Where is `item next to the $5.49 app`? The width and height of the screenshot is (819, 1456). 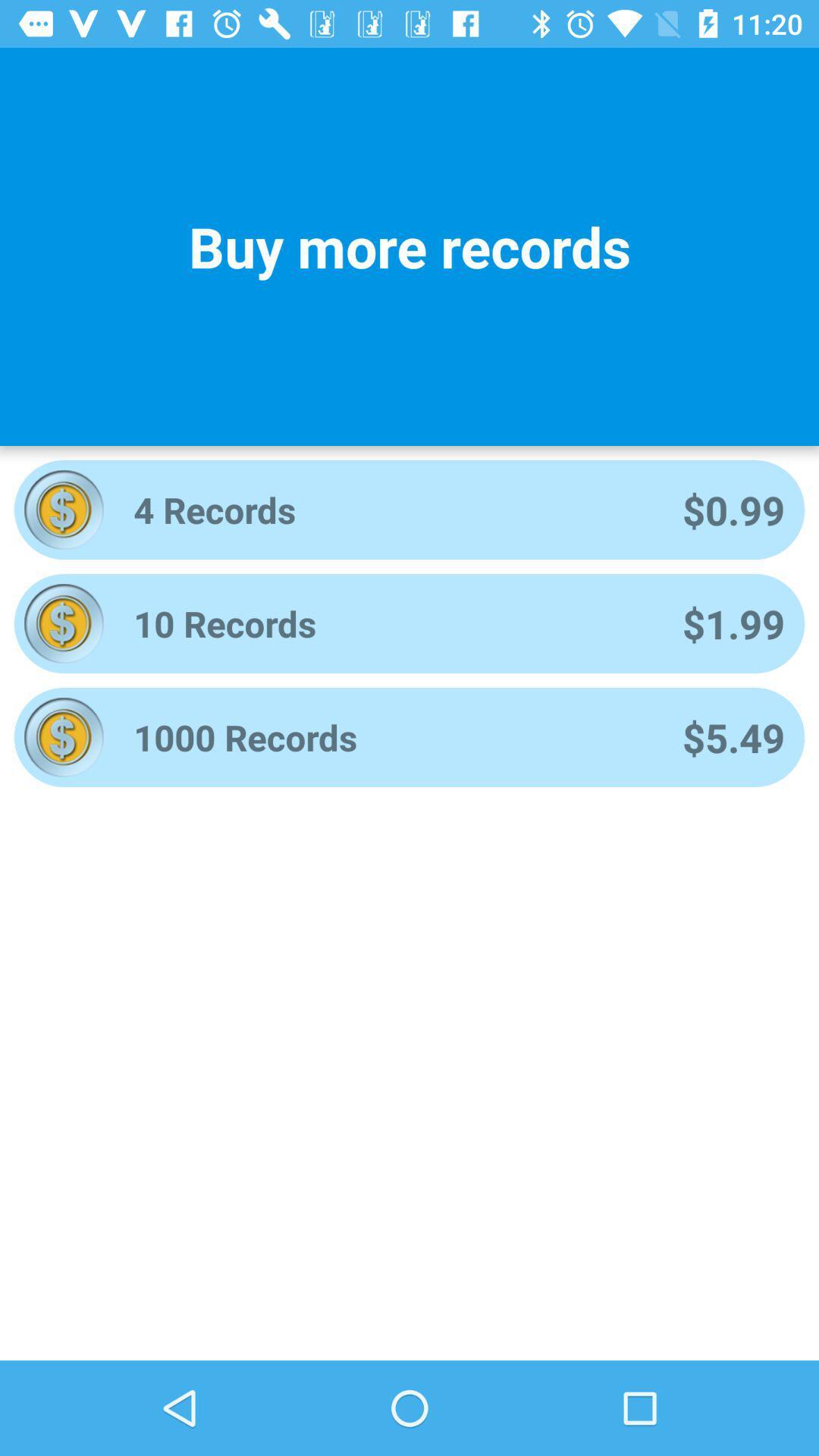 item next to the $5.49 app is located at coordinates (387, 737).